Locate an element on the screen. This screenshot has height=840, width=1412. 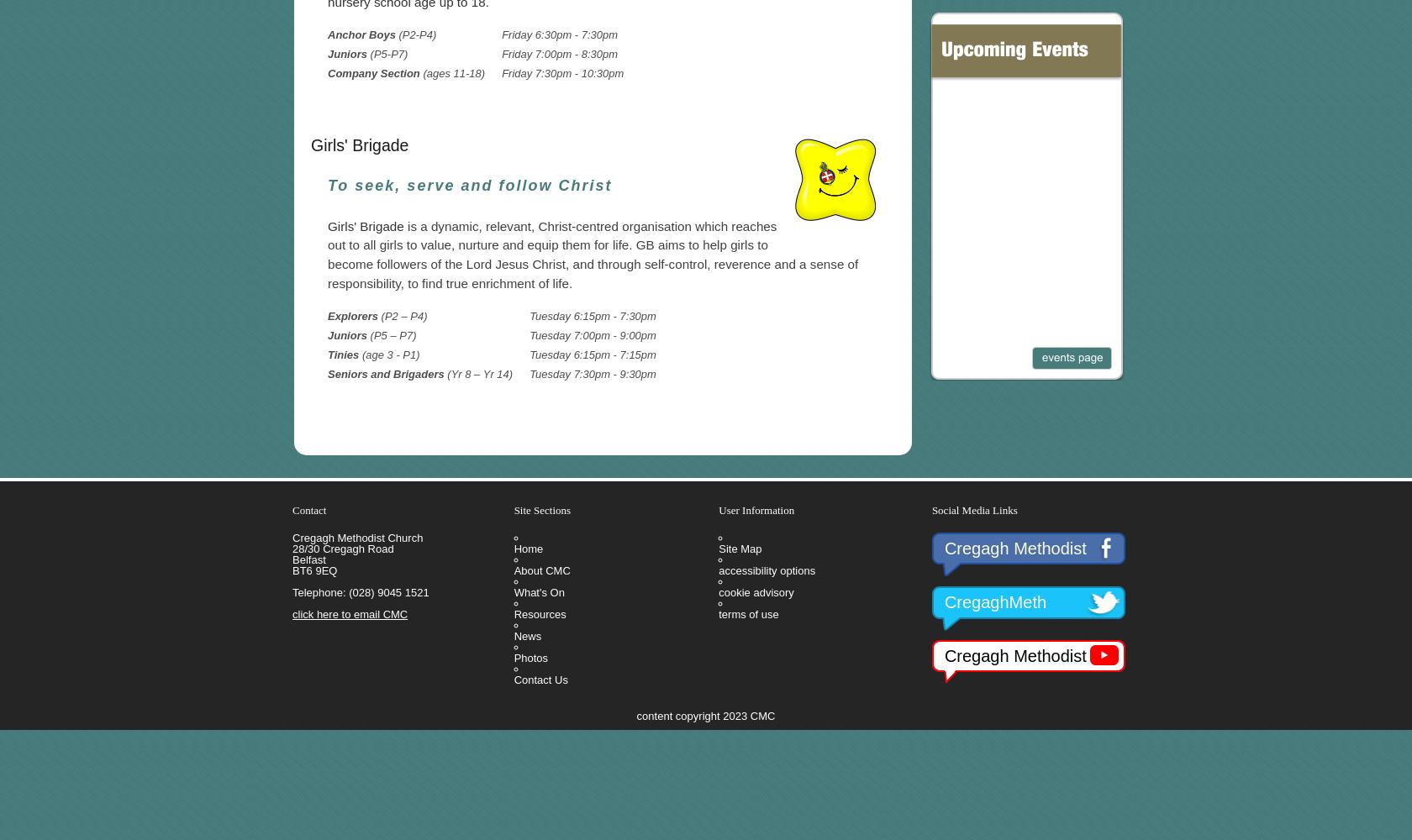
'Company Section' is located at coordinates (327, 72).